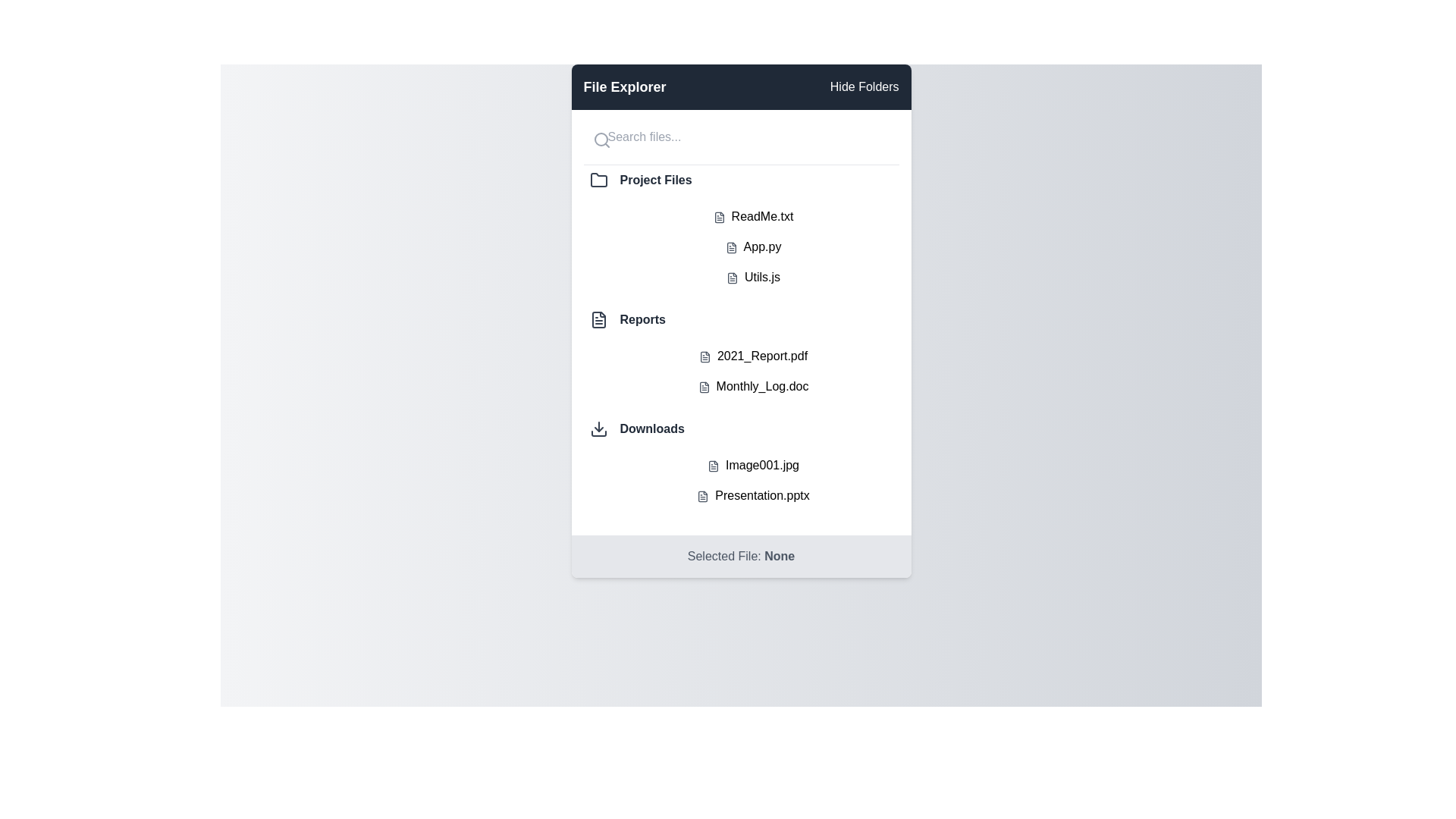  What do you see at coordinates (753, 496) in the screenshot?
I see `the file named Presentation.pptx to select it` at bounding box center [753, 496].